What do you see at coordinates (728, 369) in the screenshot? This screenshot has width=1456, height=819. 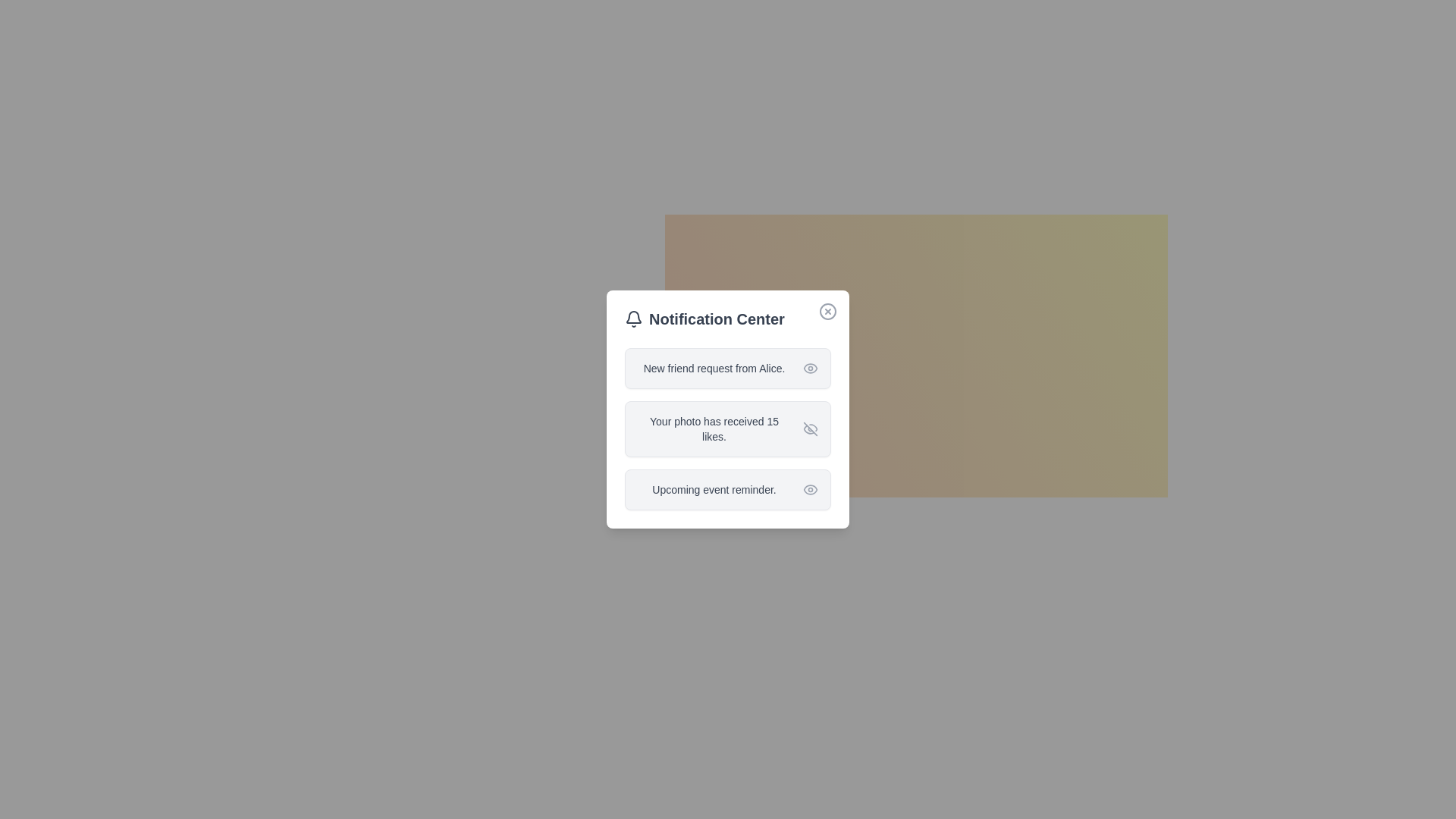 I see `the first notification in the 'Notification Center' to read the notification text about the new friend request` at bounding box center [728, 369].